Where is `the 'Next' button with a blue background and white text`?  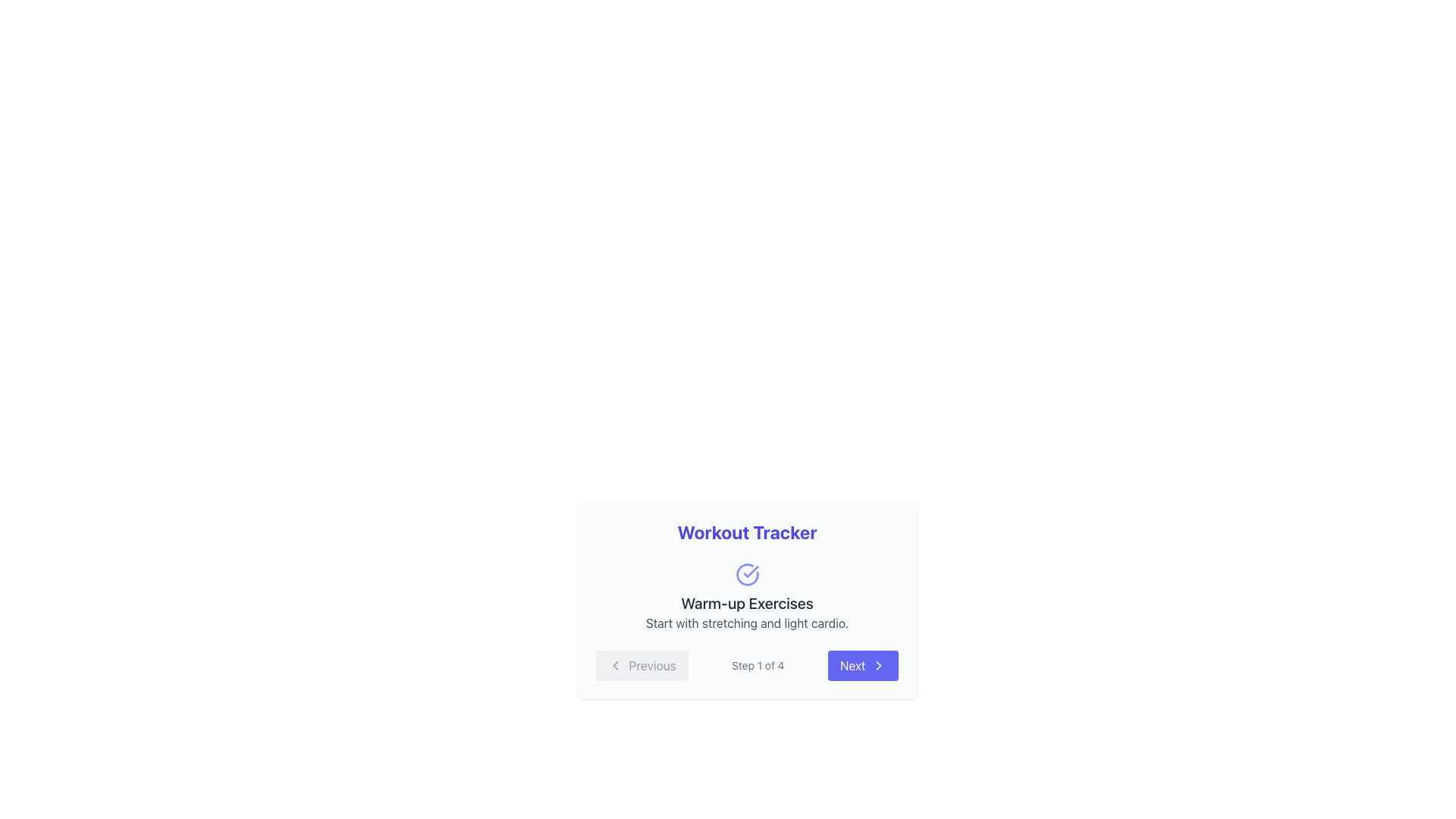
the 'Next' button with a blue background and white text is located at coordinates (863, 665).